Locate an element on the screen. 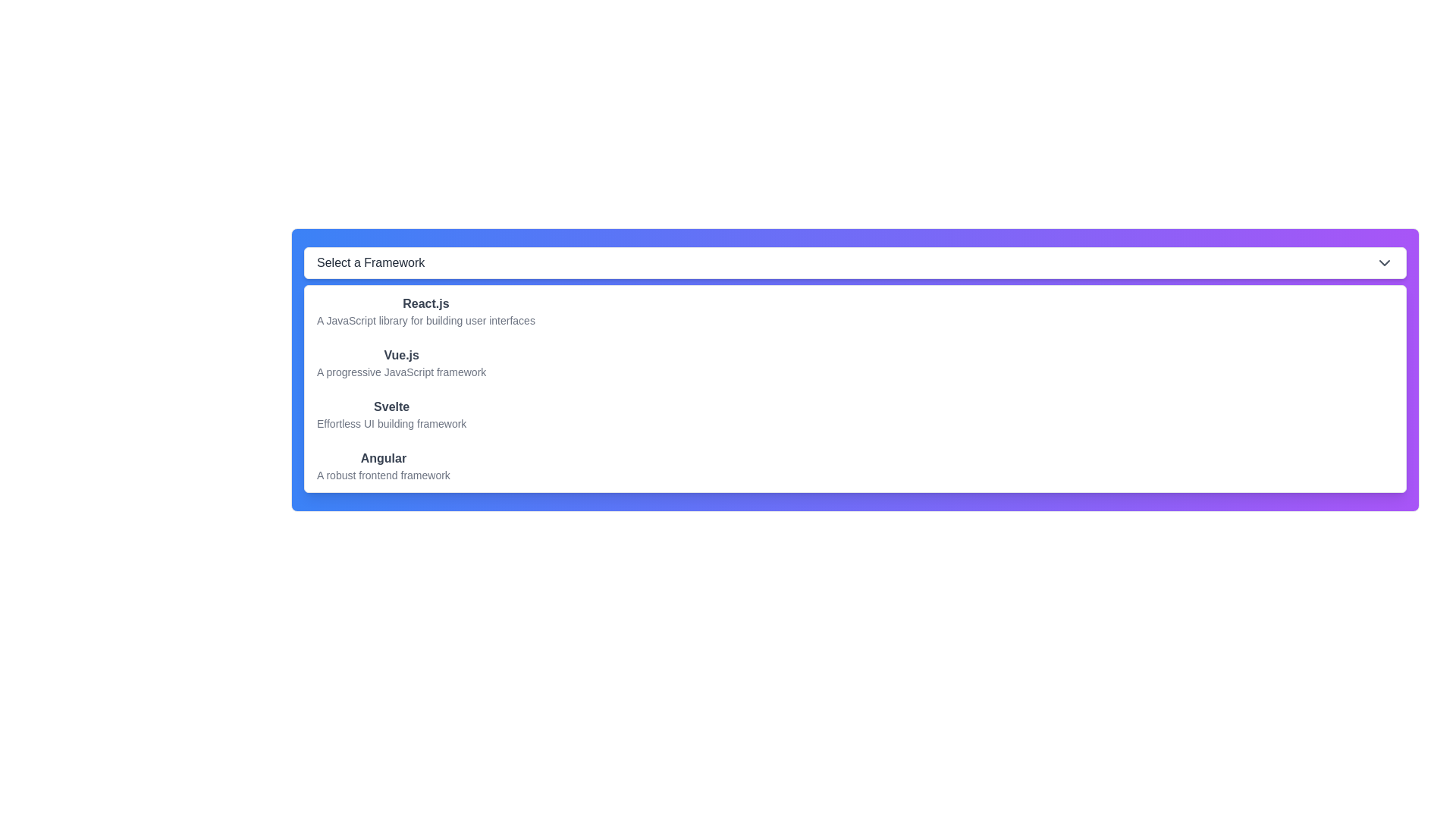  text label that serves as the title 'React.js' within the dropdown list of framework options is located at coordinates (425, 304).